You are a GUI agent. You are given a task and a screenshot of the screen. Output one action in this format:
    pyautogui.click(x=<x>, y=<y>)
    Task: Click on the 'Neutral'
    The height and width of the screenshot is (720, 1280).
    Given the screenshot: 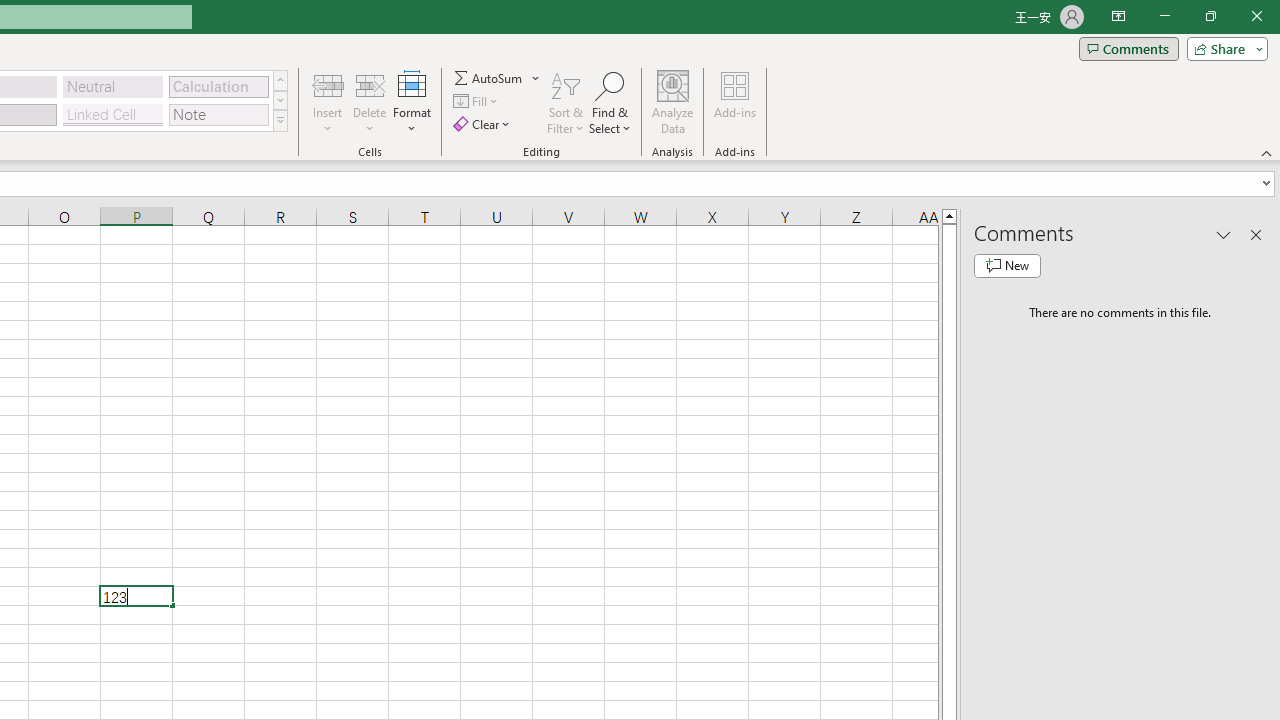 What is the action you would take?
    pyautogui.click(x=112, y=85)
    